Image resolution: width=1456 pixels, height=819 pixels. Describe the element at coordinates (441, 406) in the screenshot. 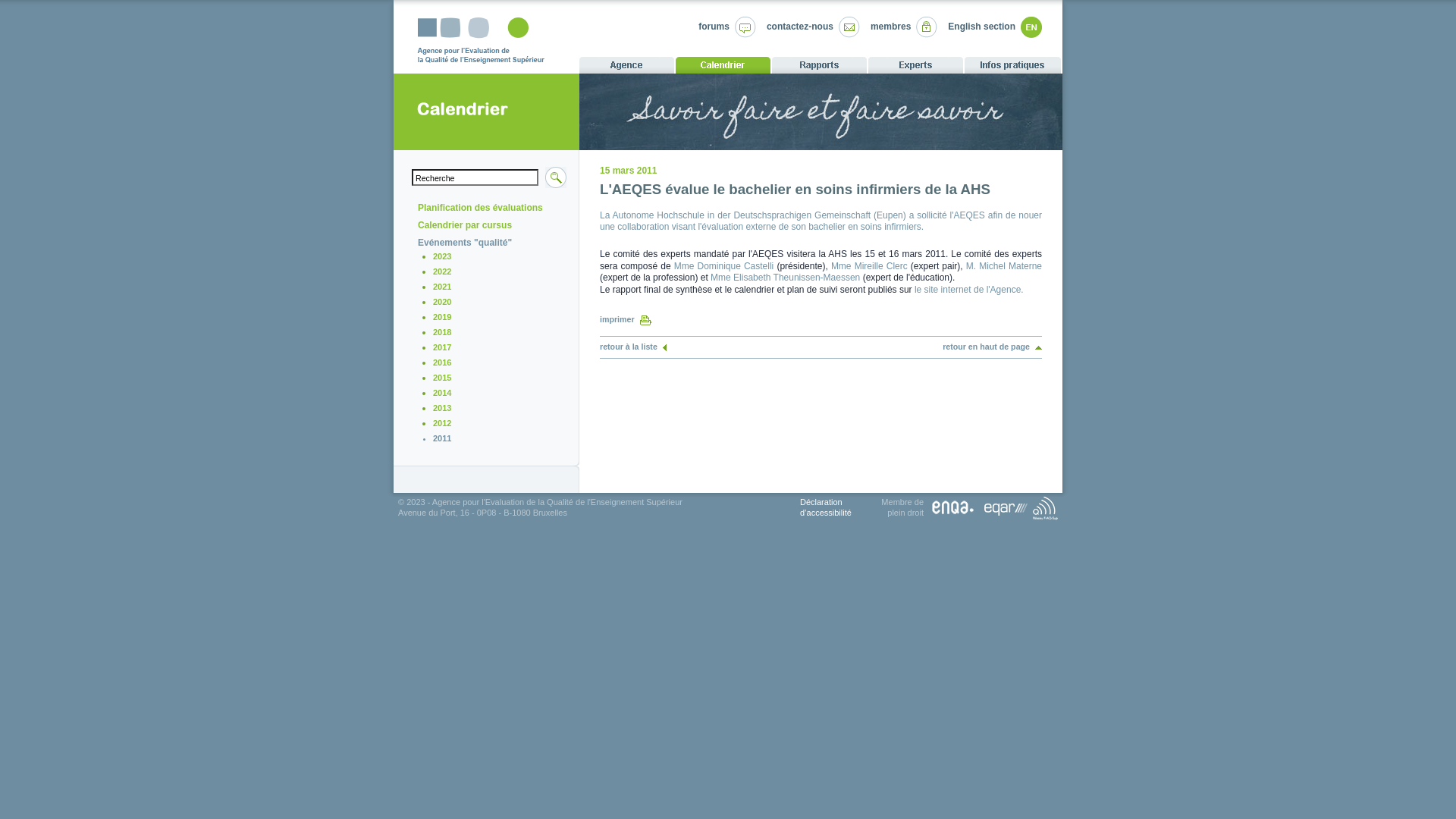

I see `'2013'` at that location.